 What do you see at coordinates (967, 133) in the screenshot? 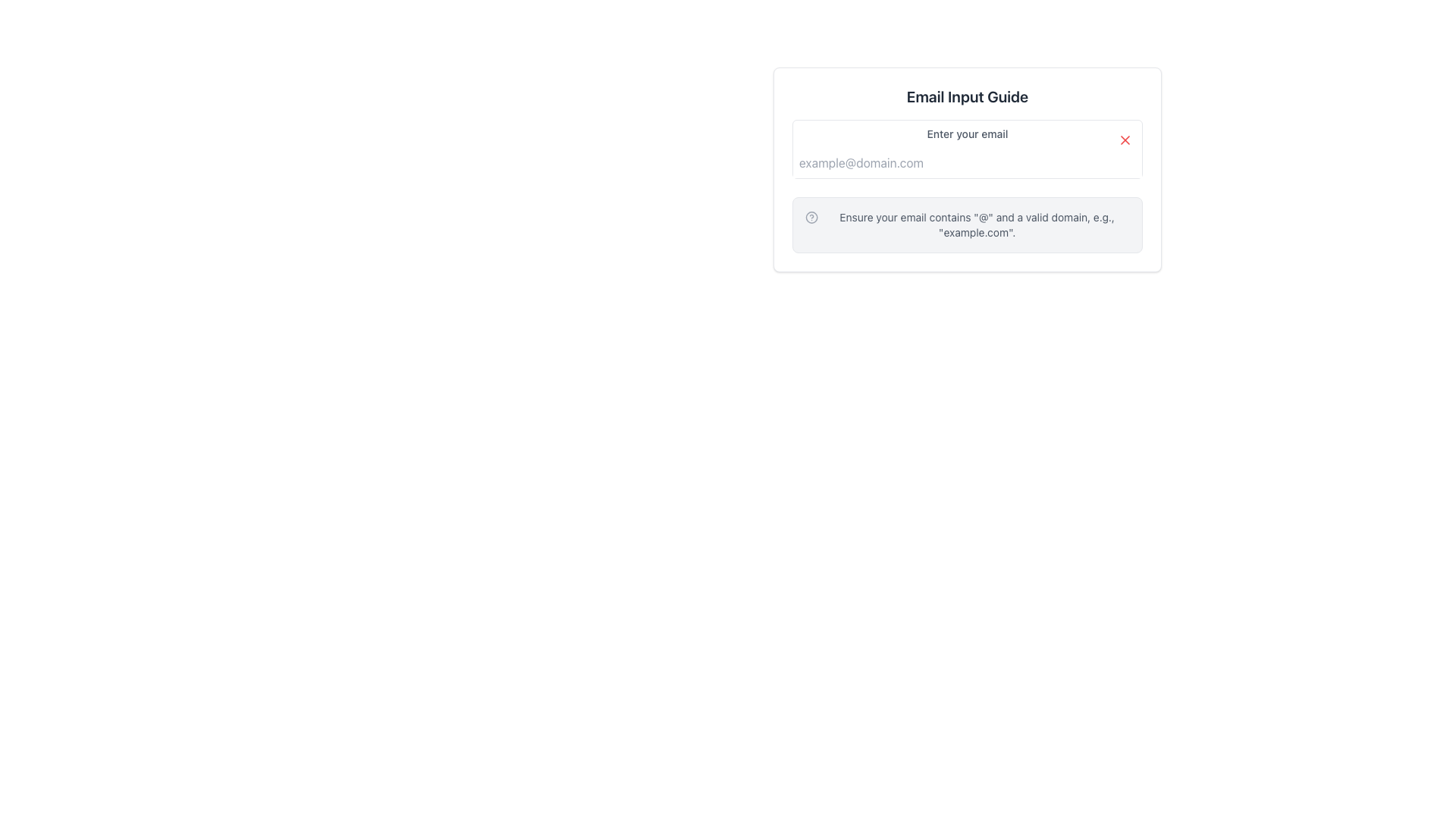
I see `the Text Label that serves as a placeholder for the input field, providing guidance to the user` at bounding box center [967, 133].